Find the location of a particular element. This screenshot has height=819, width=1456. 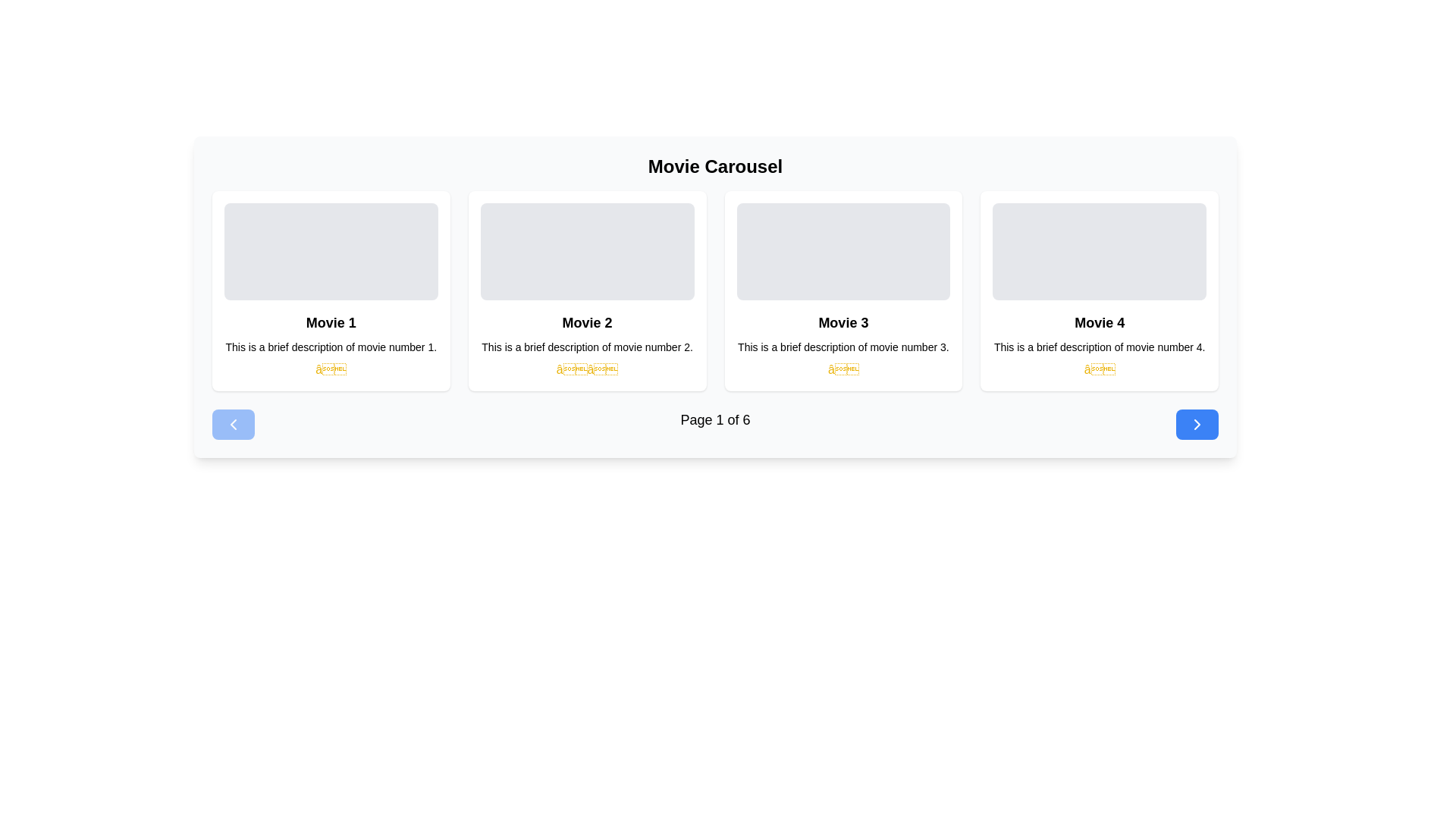

the yellow star icon located below the descriptive text of 'Movie 3', which is centrally aligned in its section is located at coordinates (843, 369).